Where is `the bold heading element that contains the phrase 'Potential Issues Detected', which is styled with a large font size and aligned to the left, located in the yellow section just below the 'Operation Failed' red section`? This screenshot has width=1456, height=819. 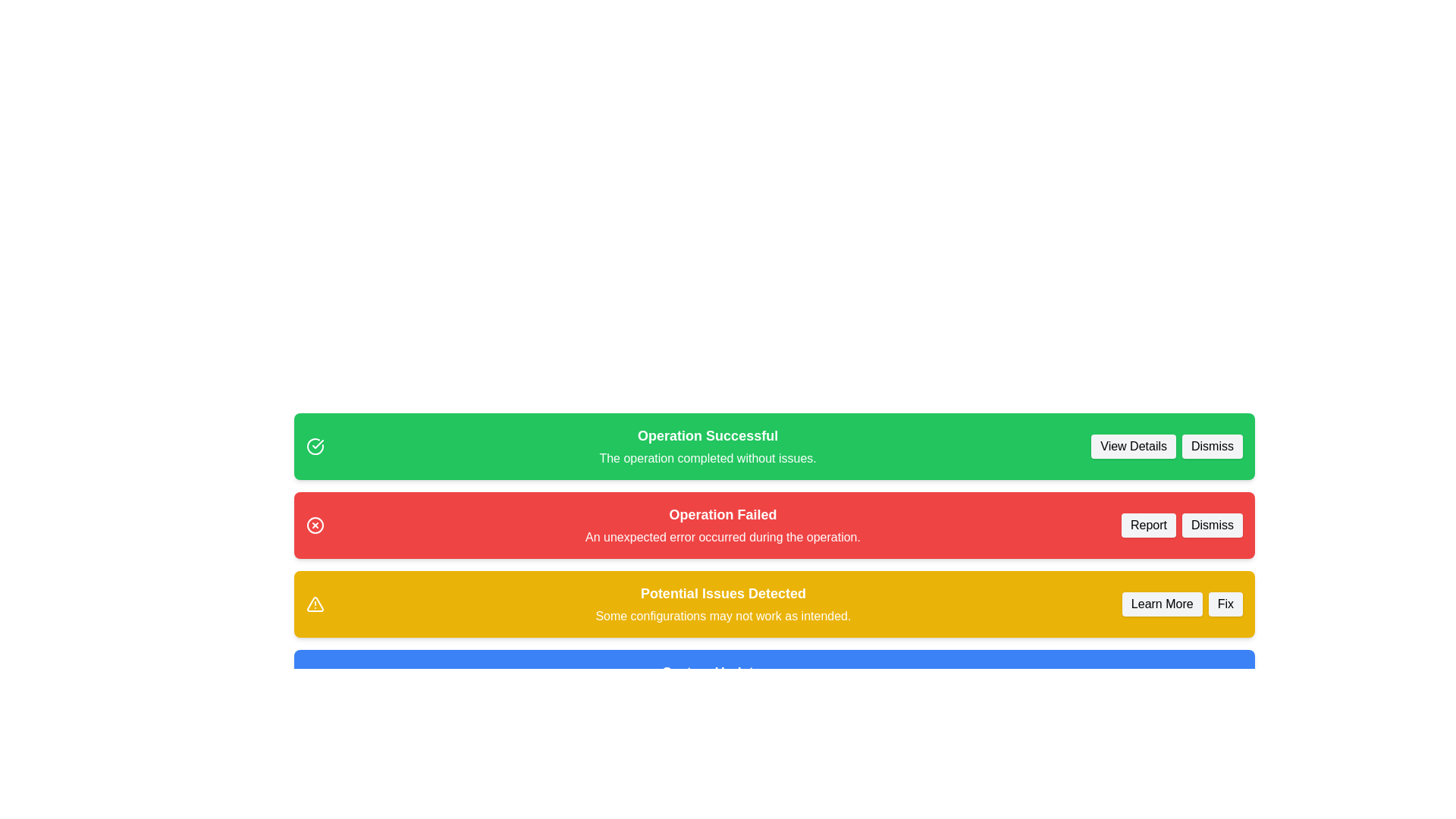 the bold heading element that contains the phrase 'Potential Issues Detected', which is styled with a large font size and aligned to the left, located in the yellow section just below the 'Operation Failed' red section is located at coordinates (722, 593).